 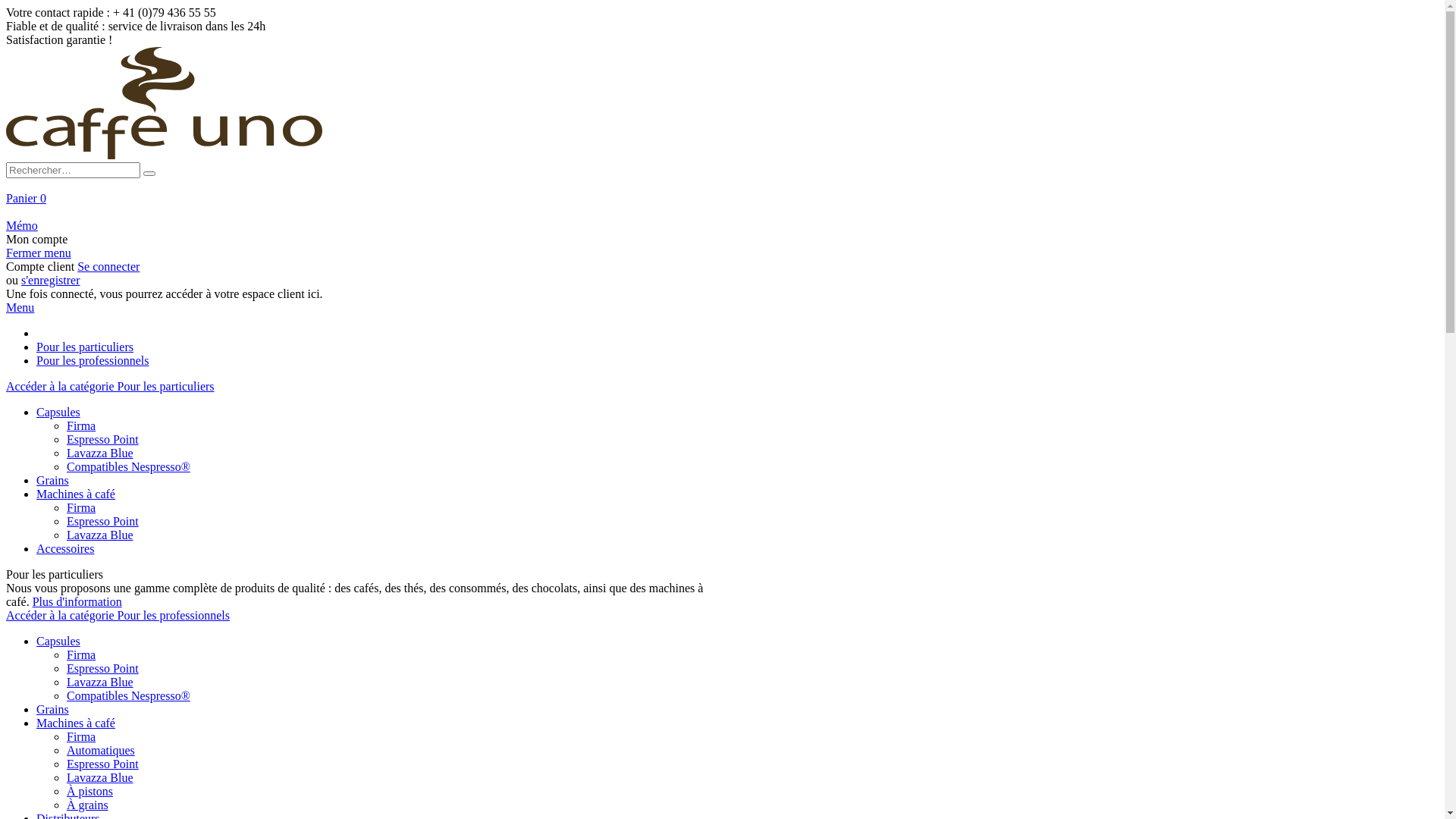 What do you see at coordinates (20, 306) in the screenshot?
I see `'Menu'` at bounding box center [20, 306].